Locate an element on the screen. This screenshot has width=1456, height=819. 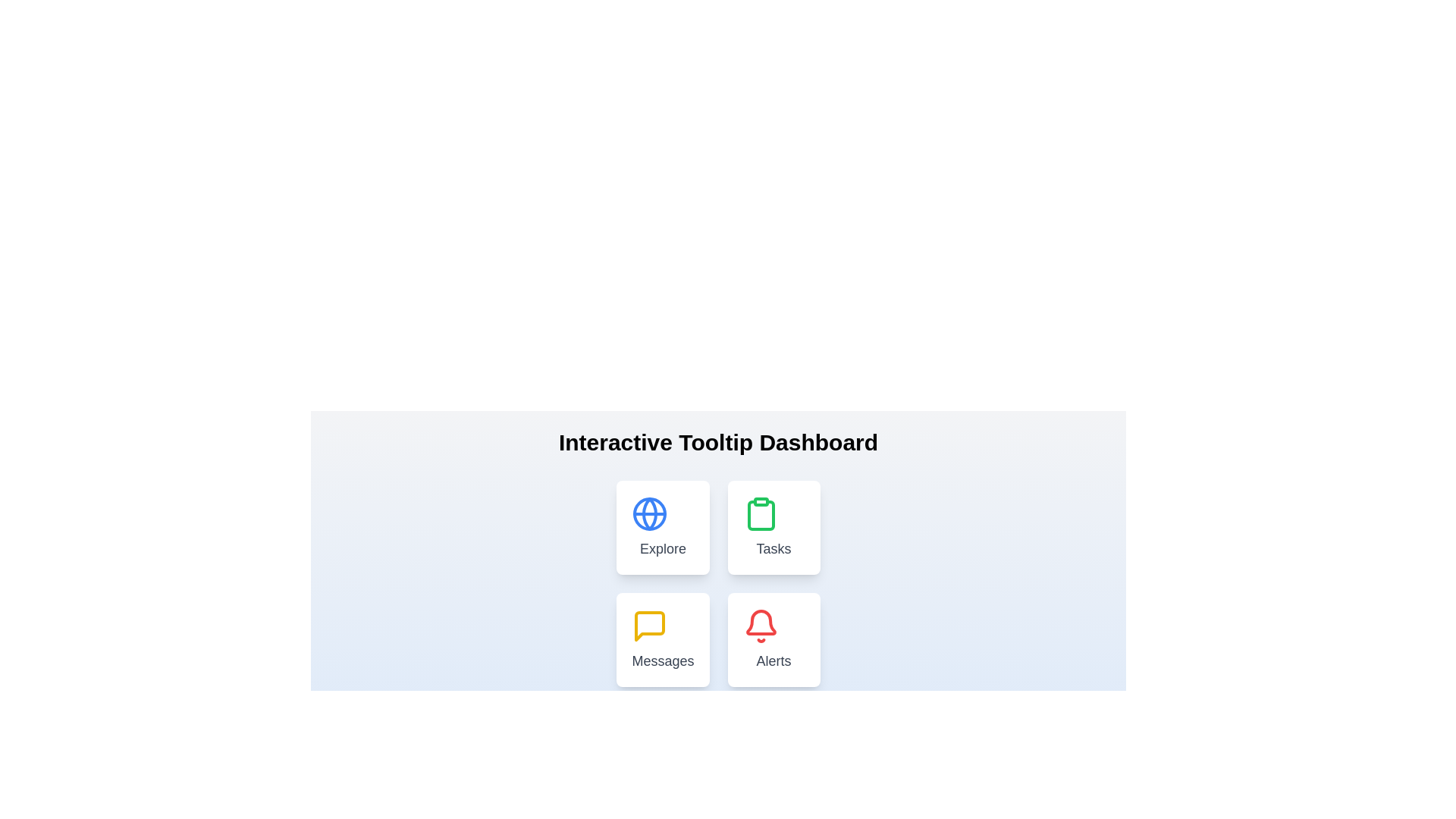
the red bell icon representing notifications, located at the top of the 'Alerts' card in the bottom-right corner of the dashboard is located at coordinates (761, 626).